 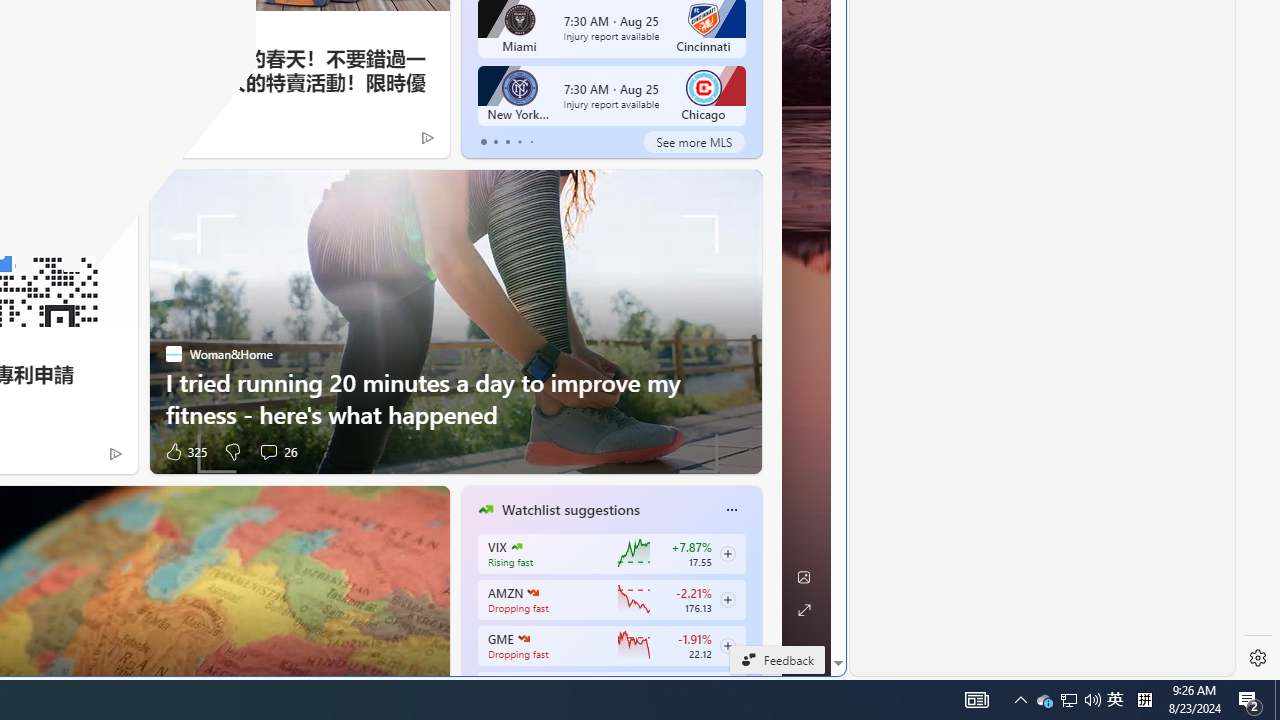 What do you see at coordinates (523, 639) in the screenshot?
I see `'GAMESTOP CORP.'` at bounding box center [523, 639].